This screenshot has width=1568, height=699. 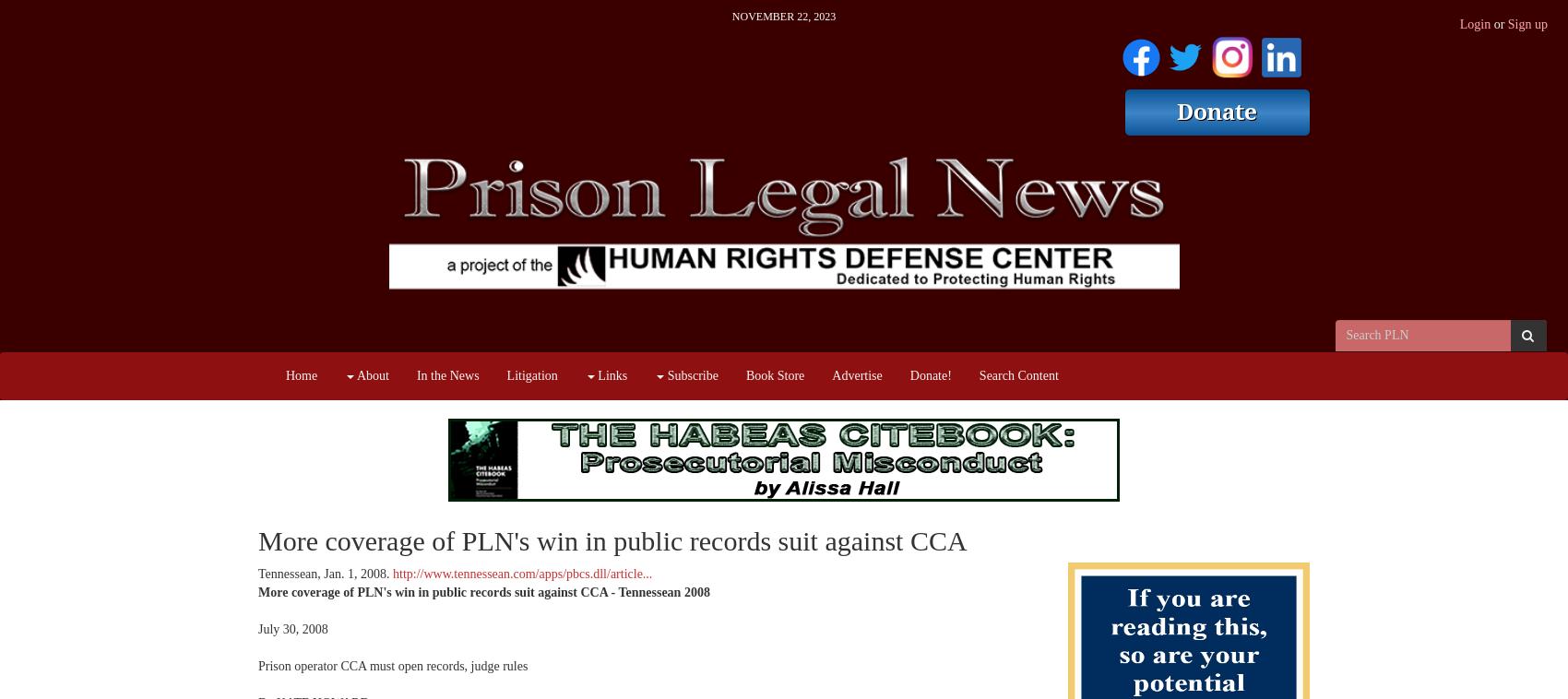 I want to click on 'Sign up', so click(x=1526, y=23).